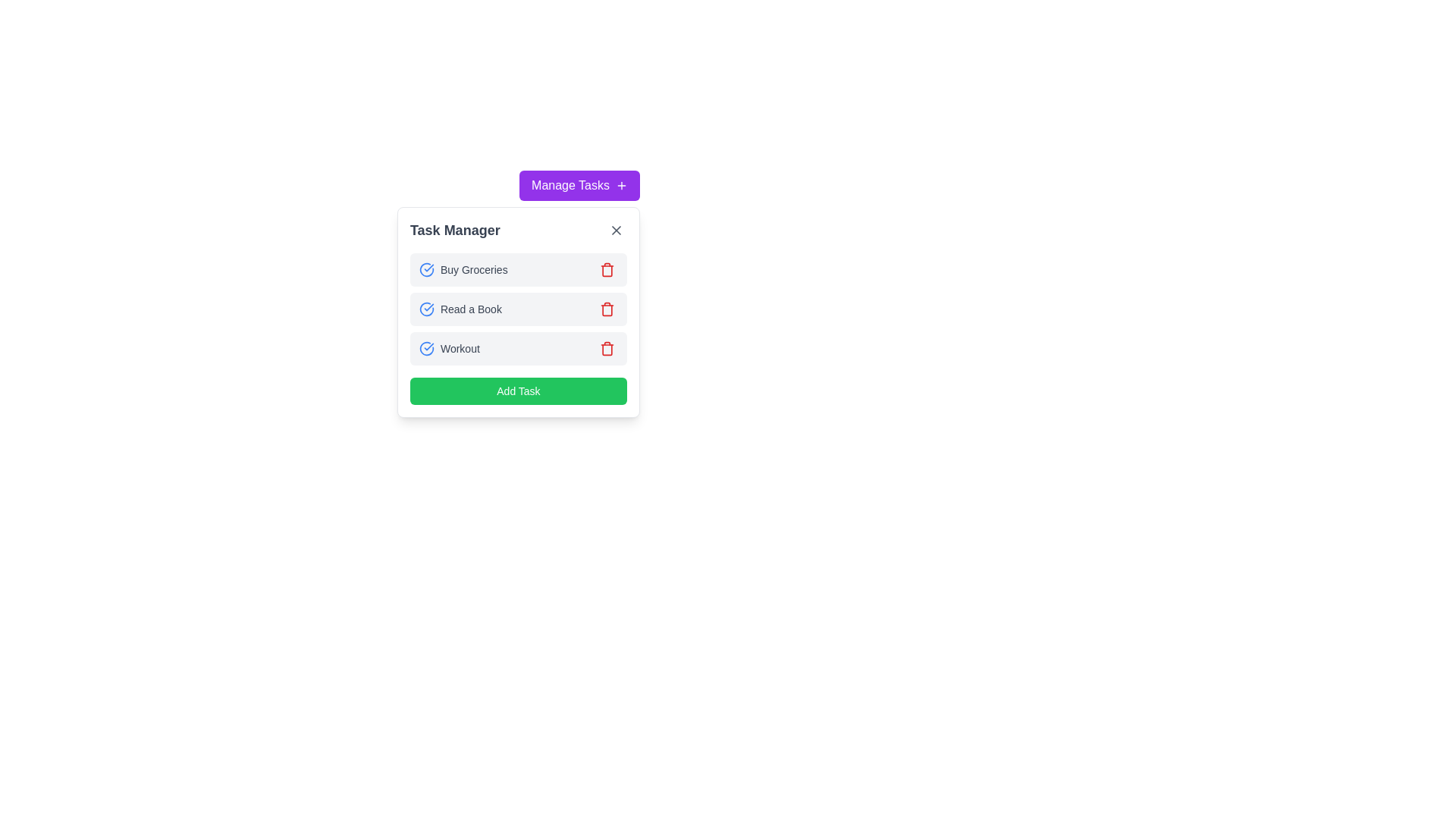 The height and width of the screenshot is (819, 1456). I want to click on the close button SVG icon in the upper-right corner of the Task Manager panel, so click(616, 231).